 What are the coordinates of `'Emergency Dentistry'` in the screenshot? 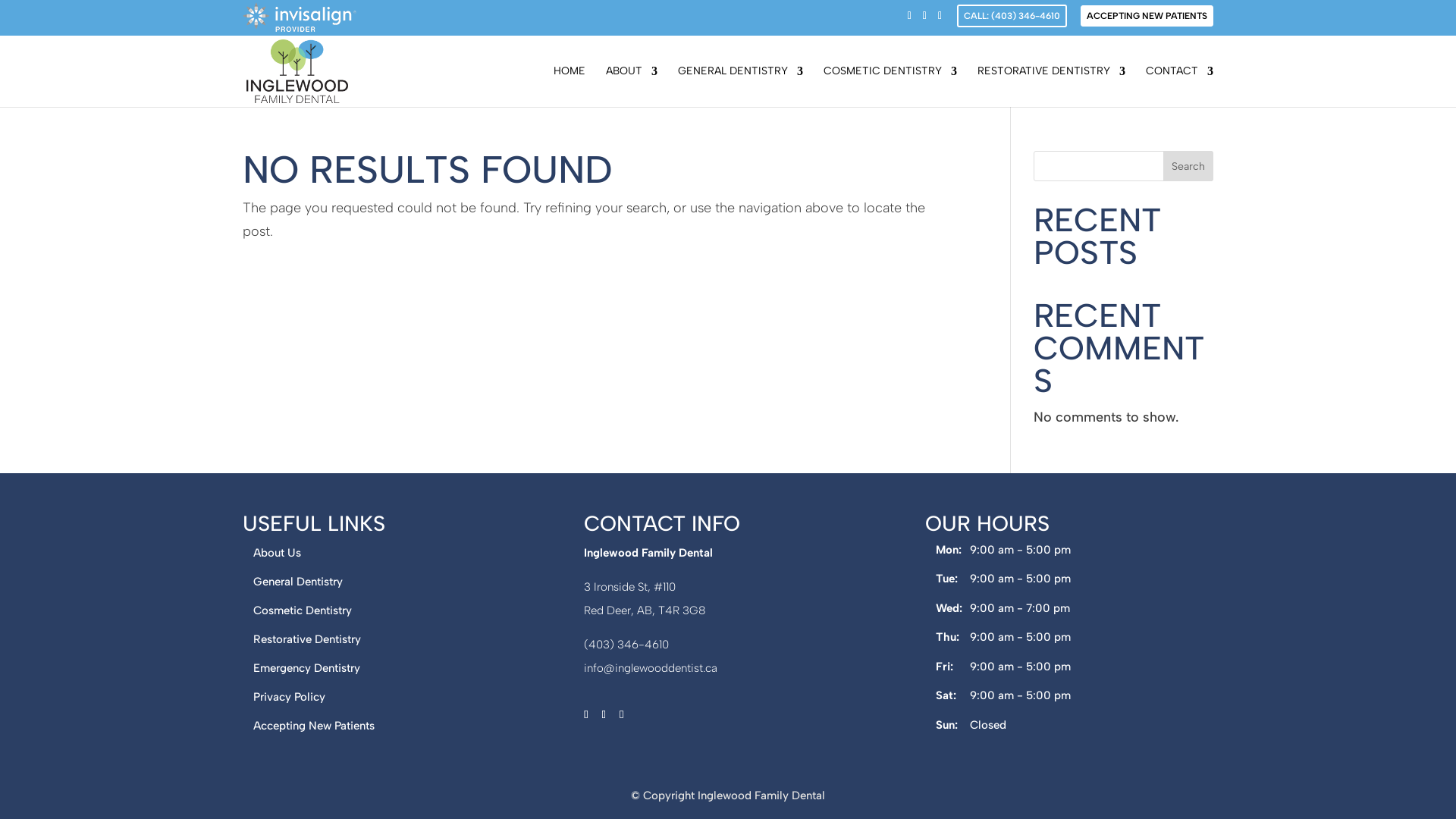 It's located at (306, 667).